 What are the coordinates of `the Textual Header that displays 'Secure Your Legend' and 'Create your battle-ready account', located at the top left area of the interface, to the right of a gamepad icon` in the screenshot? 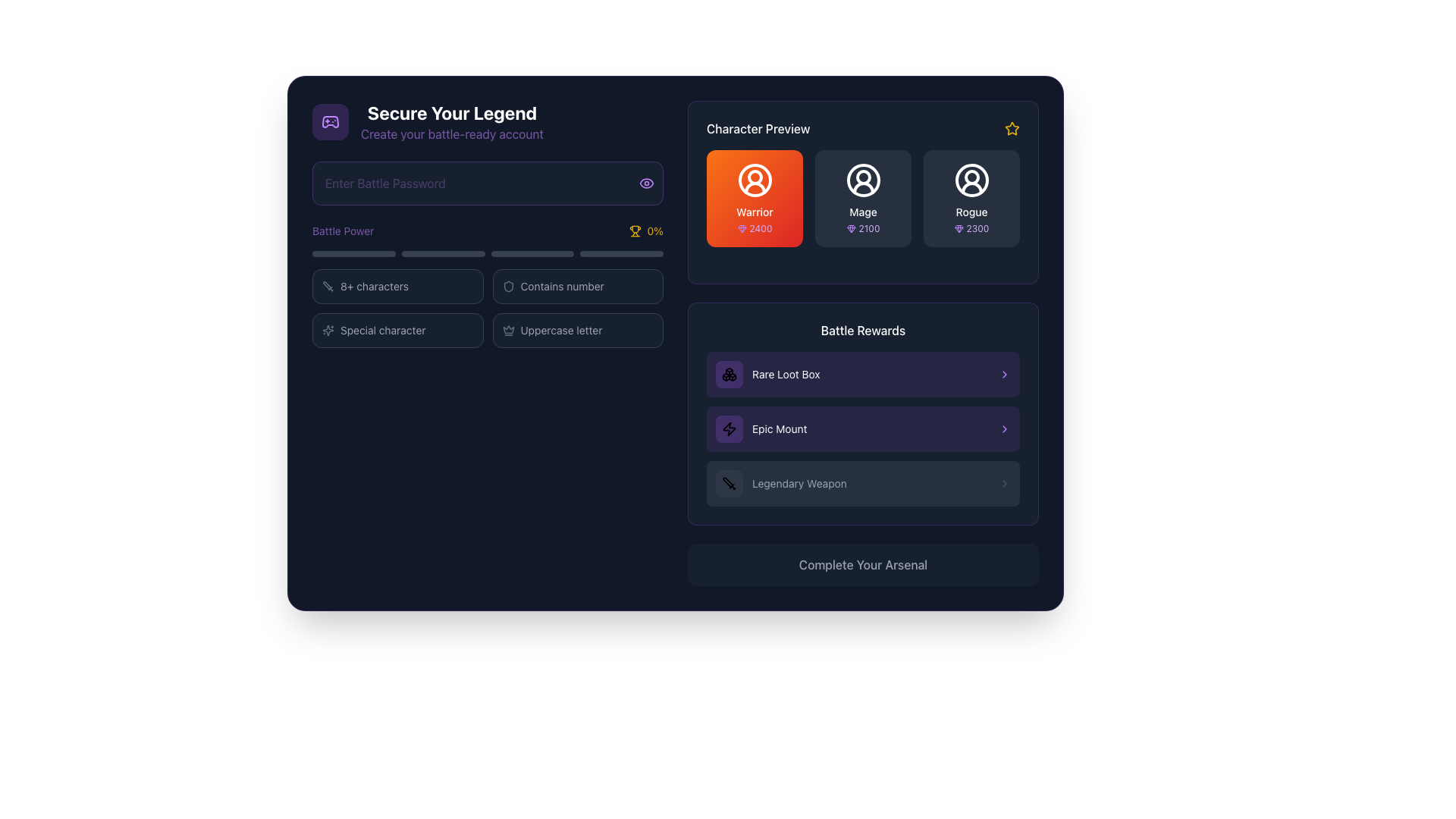 It's located at (451, 121).